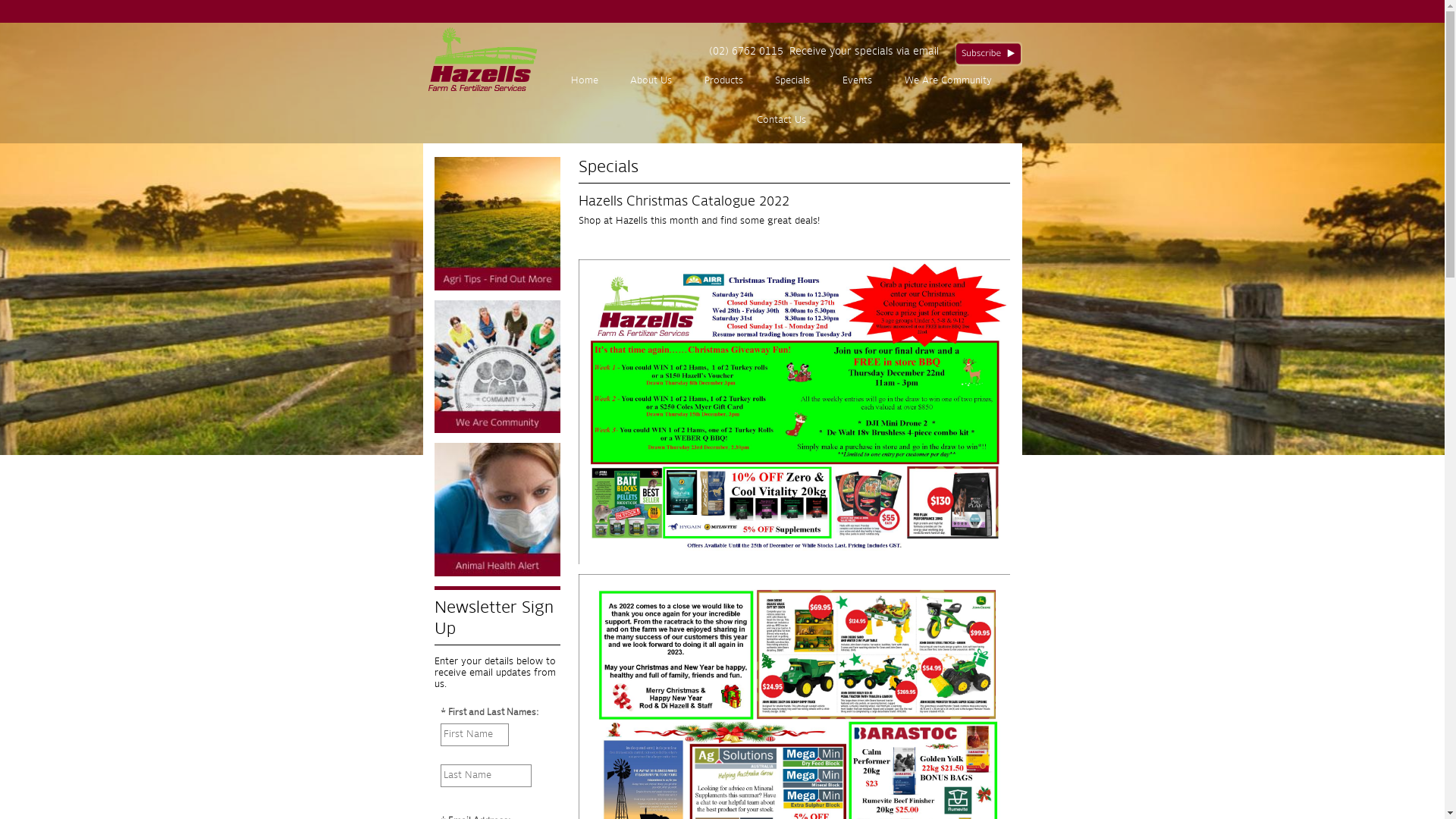  Describe the element at coordinates (888, 81) in the screenshot. I see `'We Are Community'` at that location.